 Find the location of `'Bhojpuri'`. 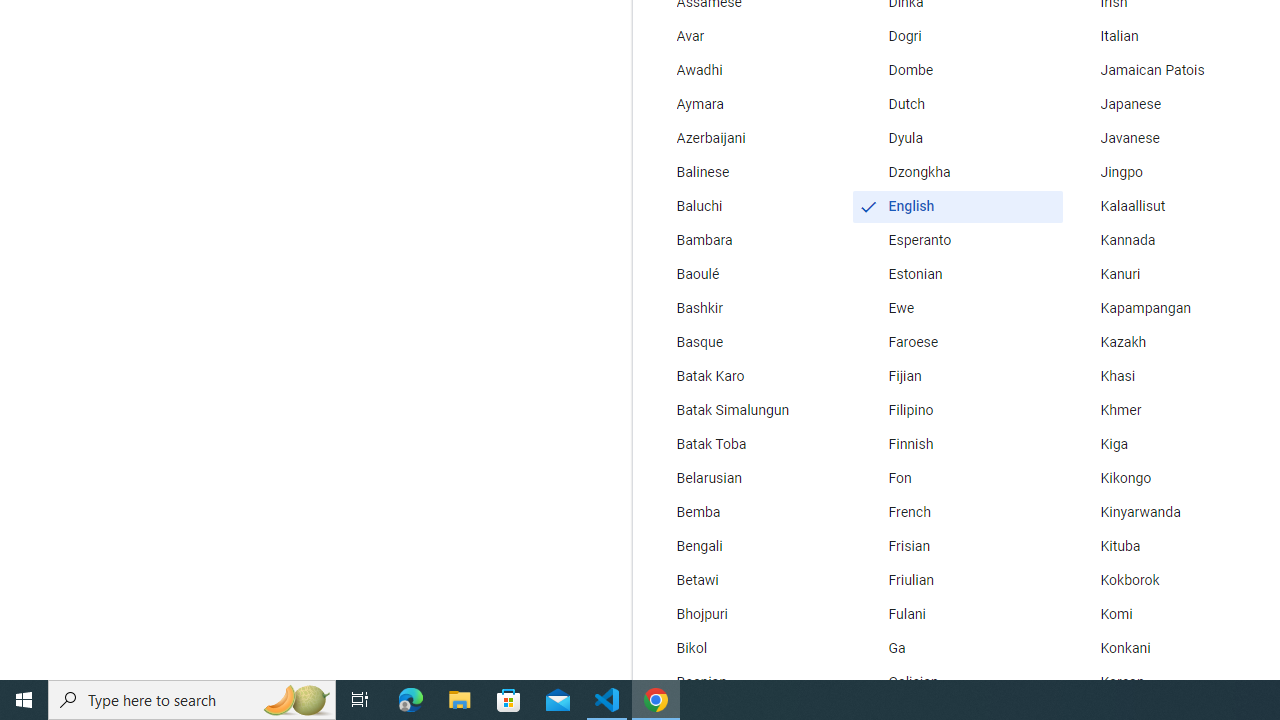

'Bhojpuri' is located at coordinates (744, 613).